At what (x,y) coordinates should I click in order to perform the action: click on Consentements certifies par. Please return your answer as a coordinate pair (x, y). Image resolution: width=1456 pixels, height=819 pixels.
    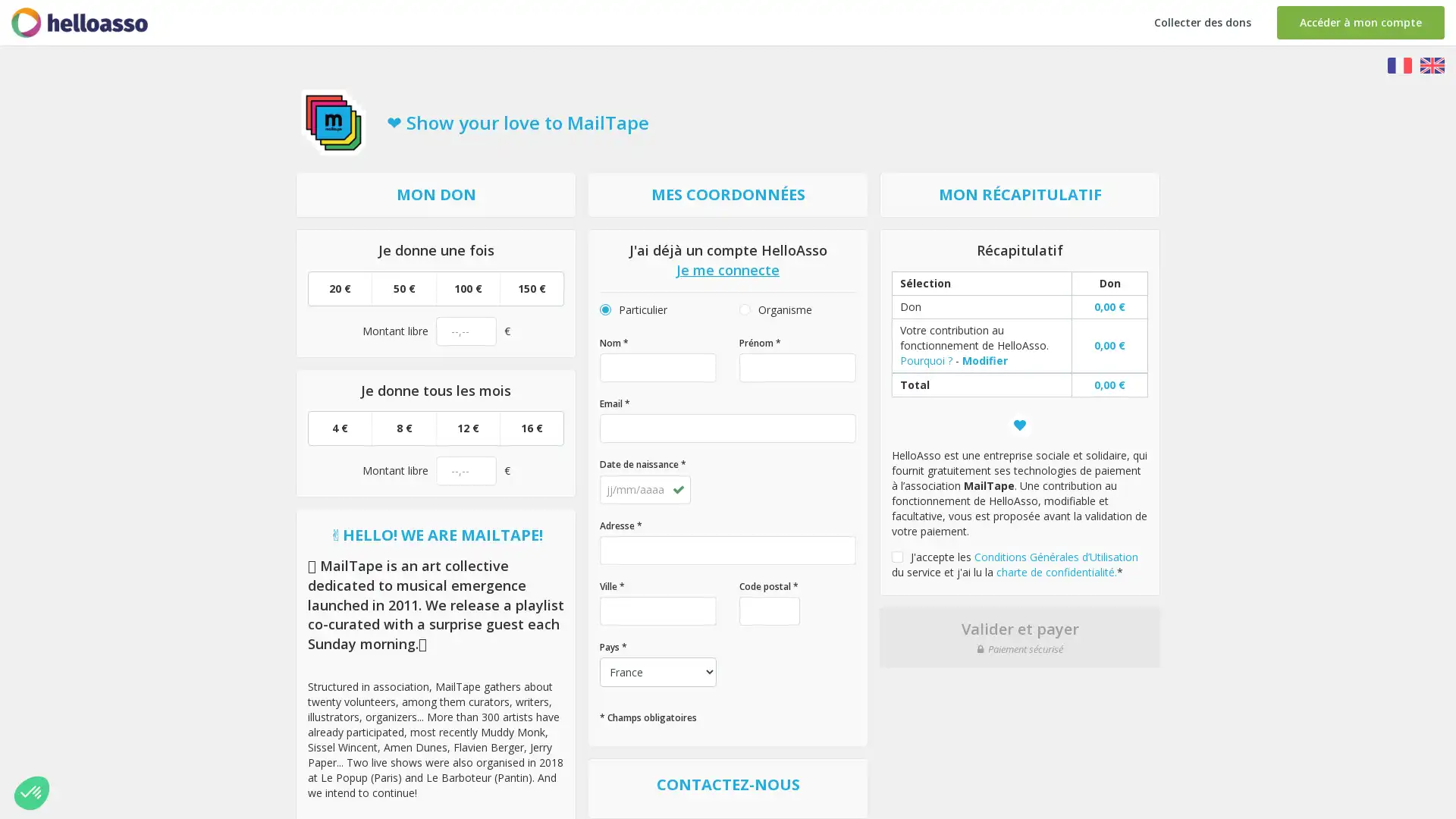
    Looking at the image, I should click on (174, 716).